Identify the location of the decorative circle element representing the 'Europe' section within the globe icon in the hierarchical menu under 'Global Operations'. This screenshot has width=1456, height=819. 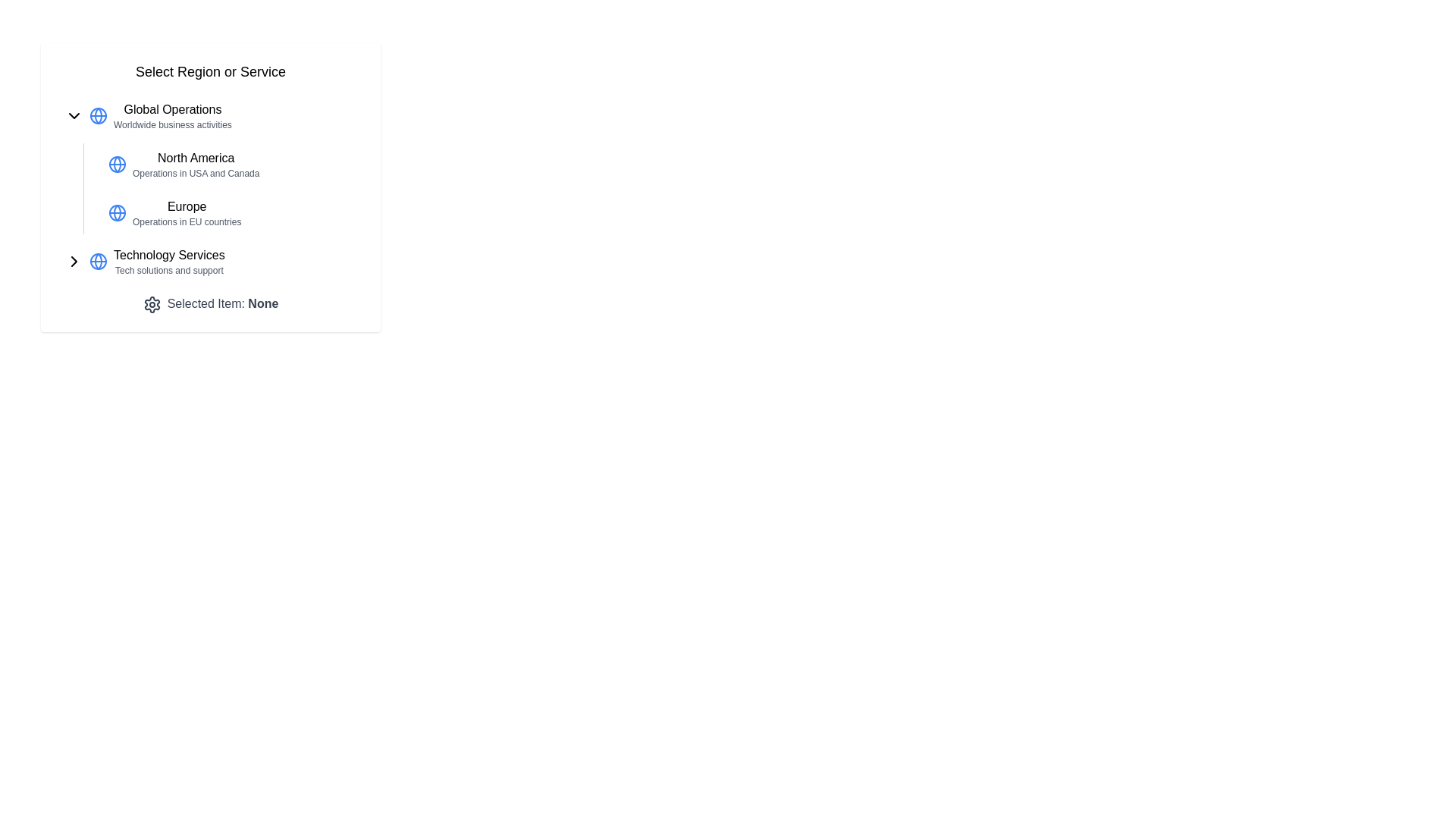
(116, 213).